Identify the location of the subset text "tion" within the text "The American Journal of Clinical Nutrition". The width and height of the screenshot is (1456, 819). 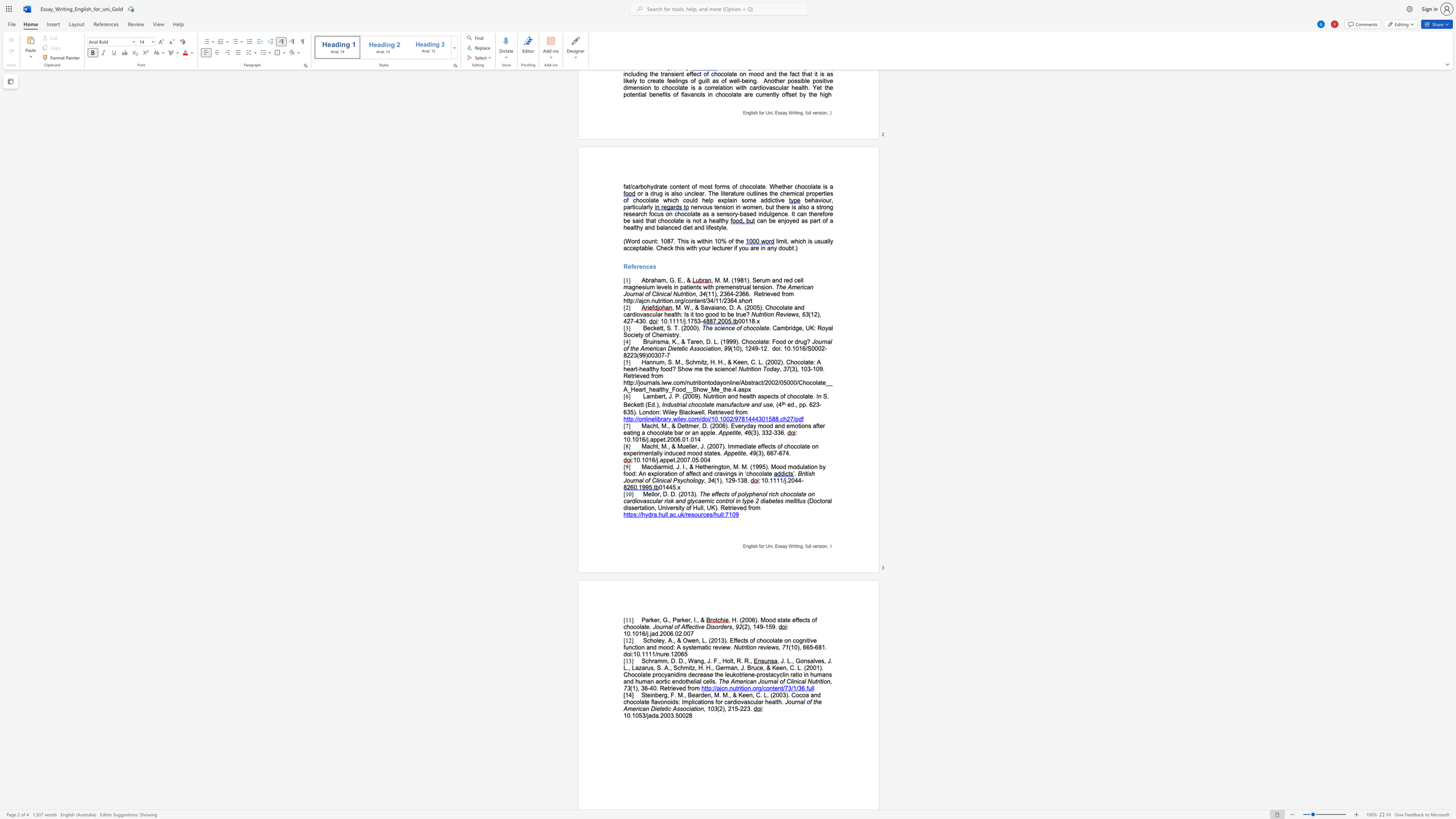
(820, 681).